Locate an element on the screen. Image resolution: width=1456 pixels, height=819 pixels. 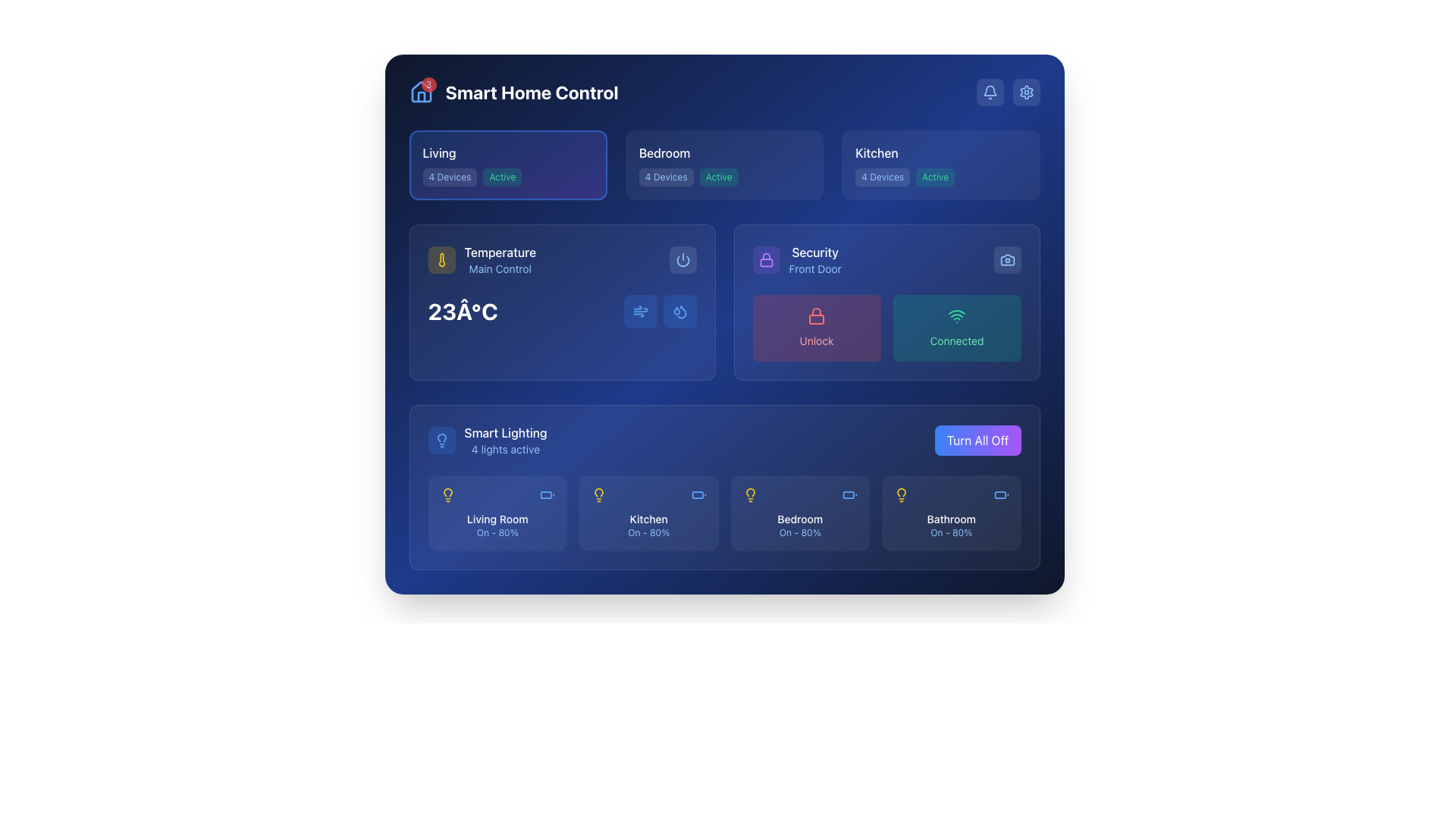
the 'Active' status indicator badge for the 'Kitchen' section, which is located to the right of the '4 Devices' badge in the upper-right area of the interface is located at coordinates (940, 165).